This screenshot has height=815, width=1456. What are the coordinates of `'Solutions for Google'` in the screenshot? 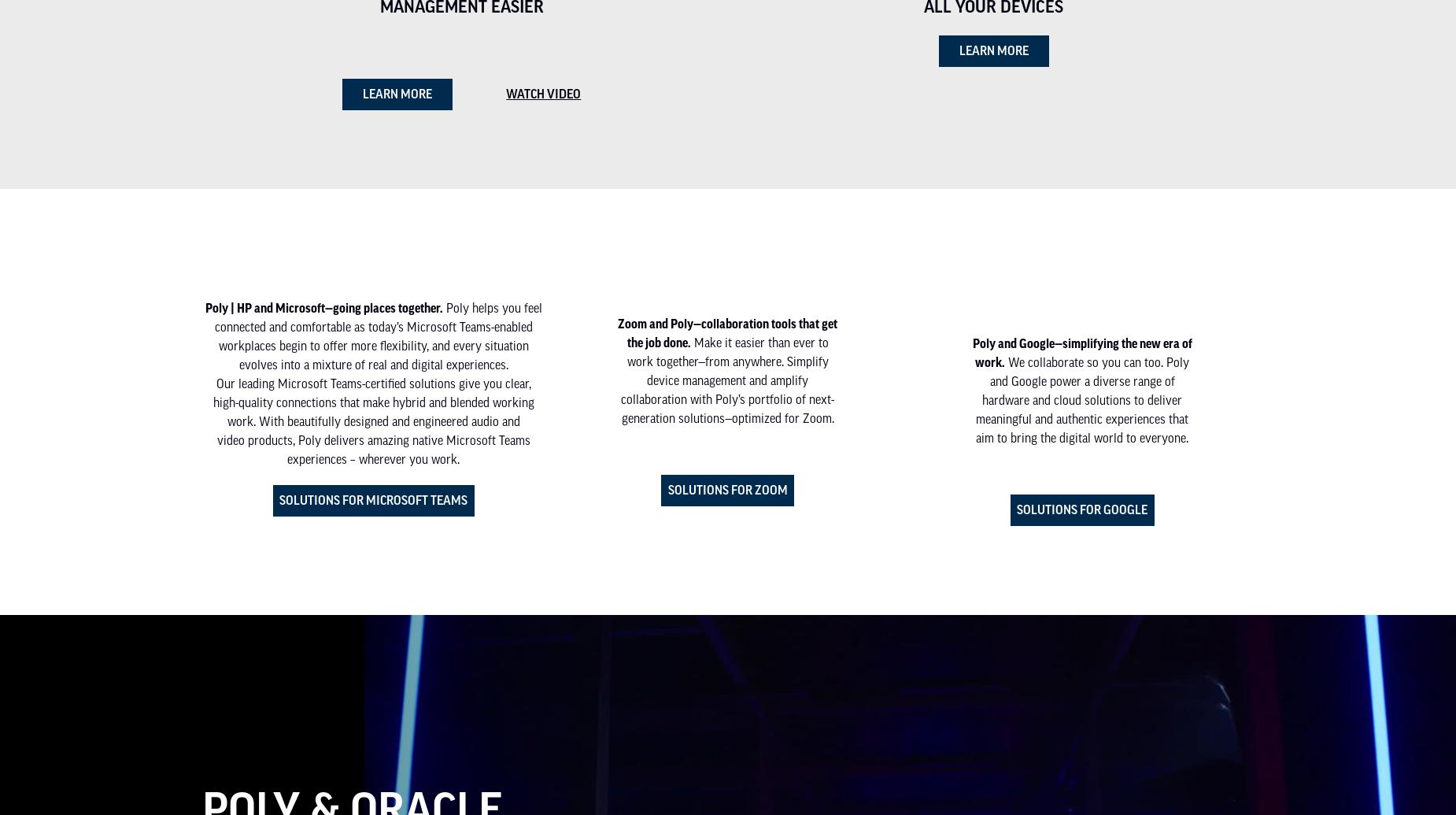 It's located at (1081, 508).